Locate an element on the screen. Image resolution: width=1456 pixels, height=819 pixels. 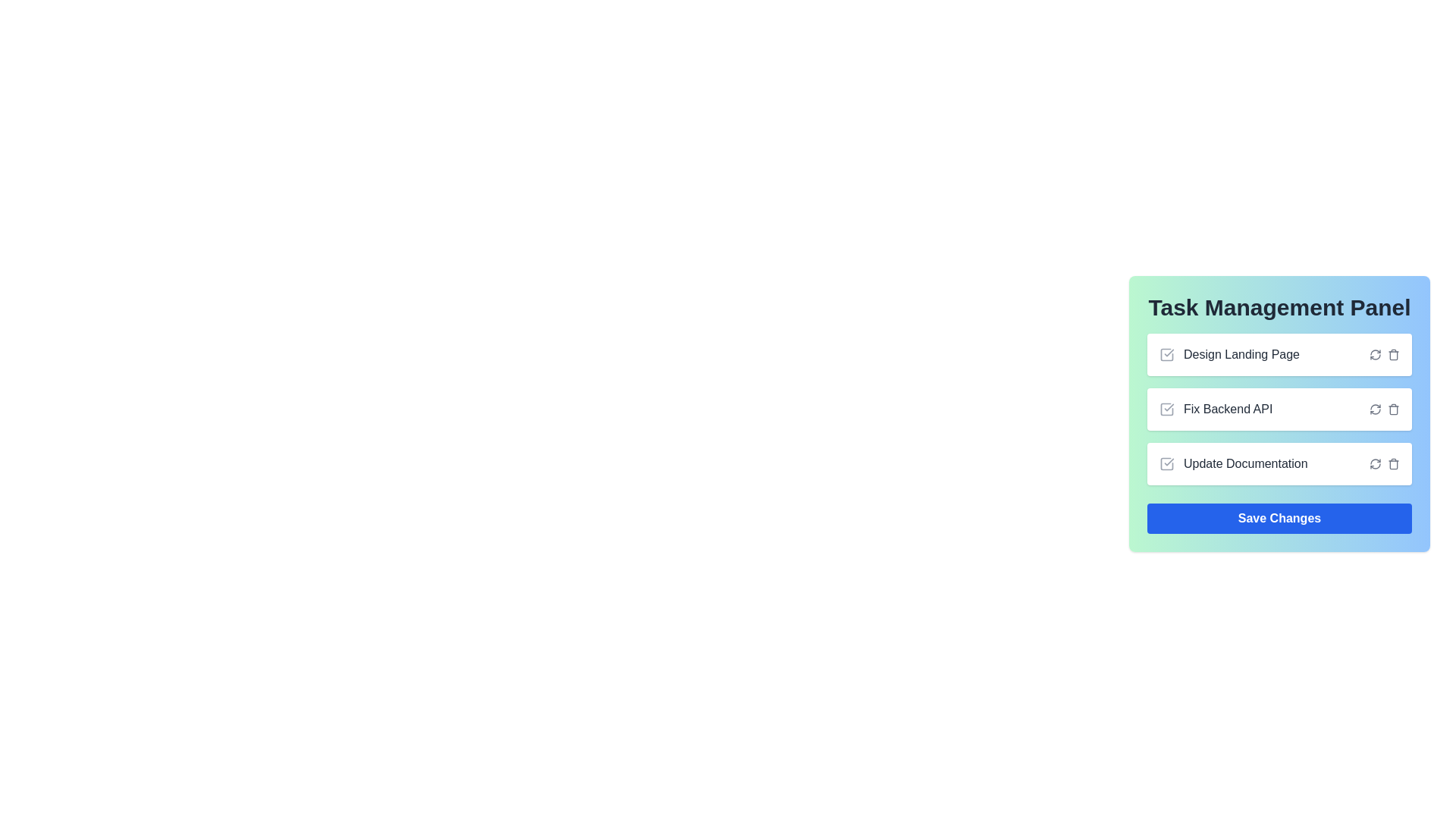
the checkbox of the second task in the task management panel to mark it as done is located at coordinates (1279, 409).